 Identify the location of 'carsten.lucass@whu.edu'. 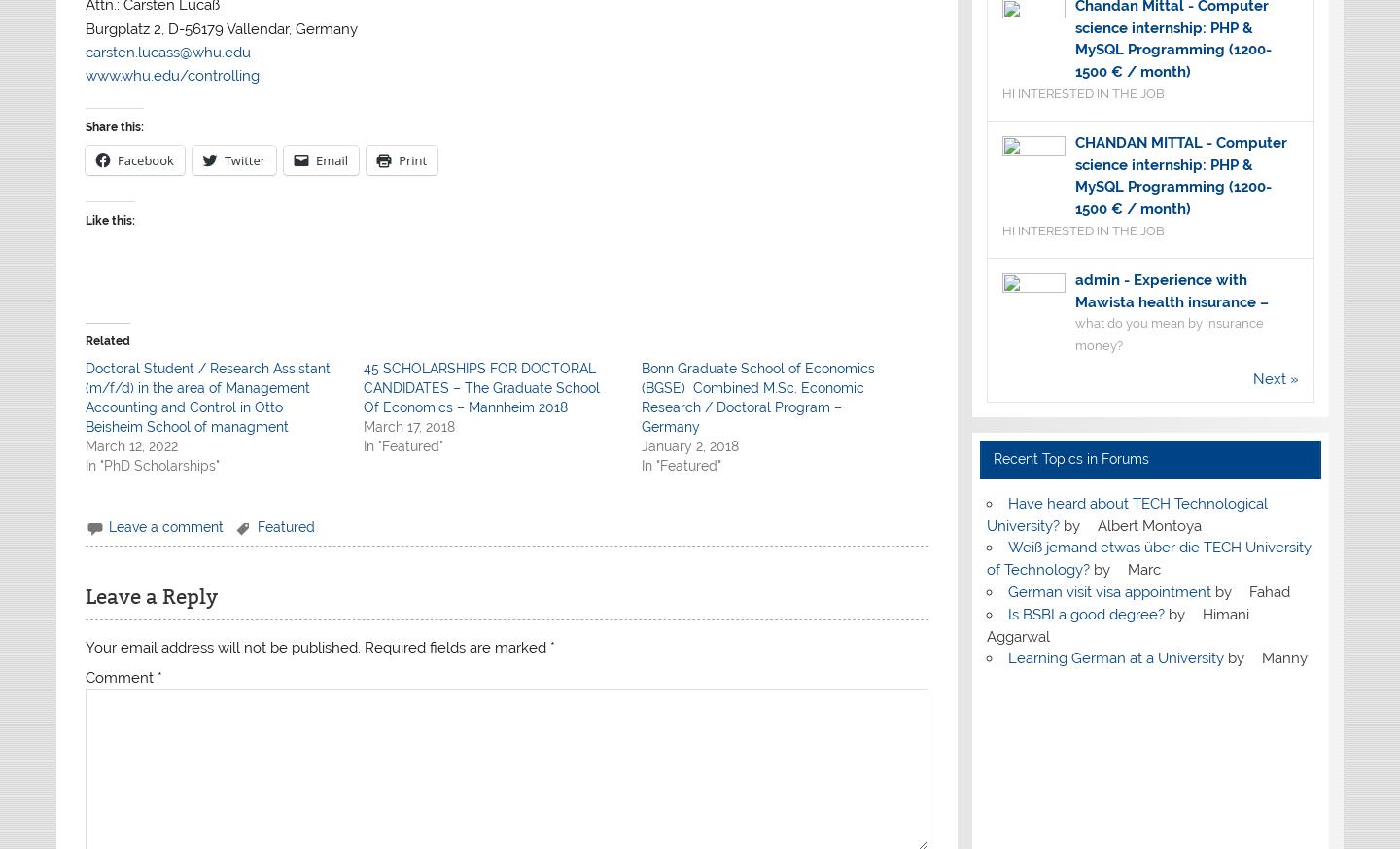
(84, 50).